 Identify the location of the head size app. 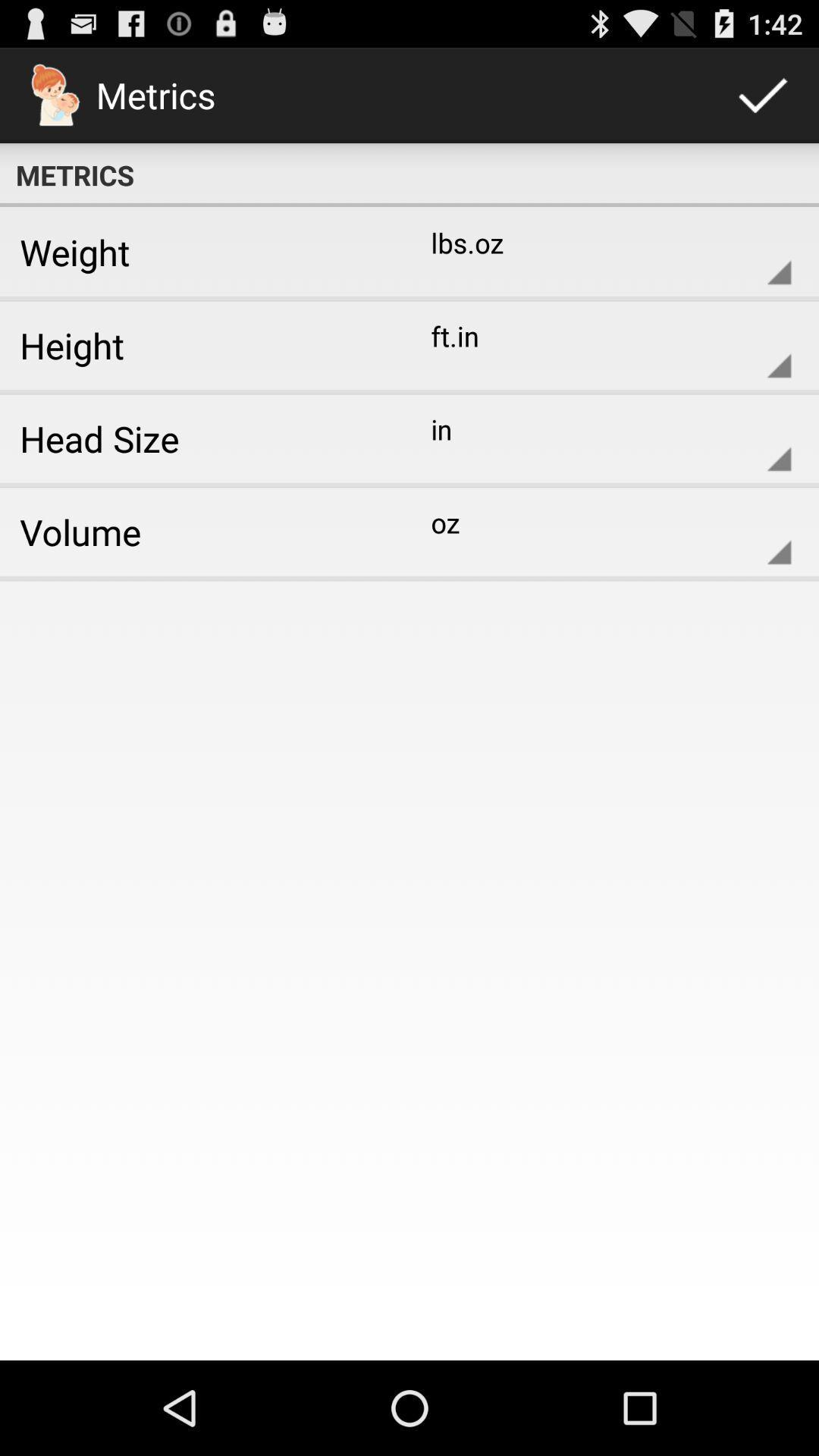
(199, 438).